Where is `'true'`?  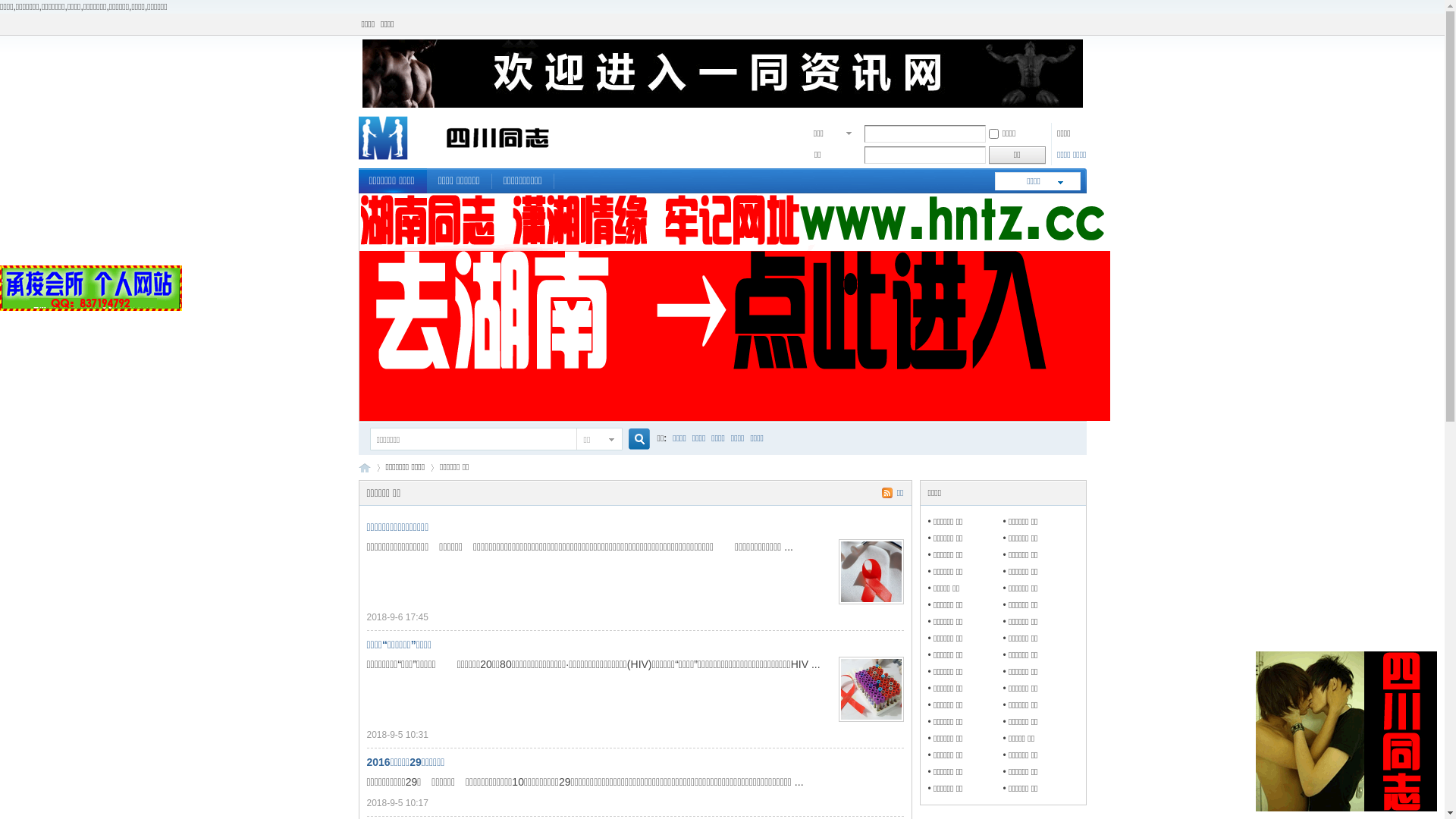
'true' is located at coordinates (622, 439).